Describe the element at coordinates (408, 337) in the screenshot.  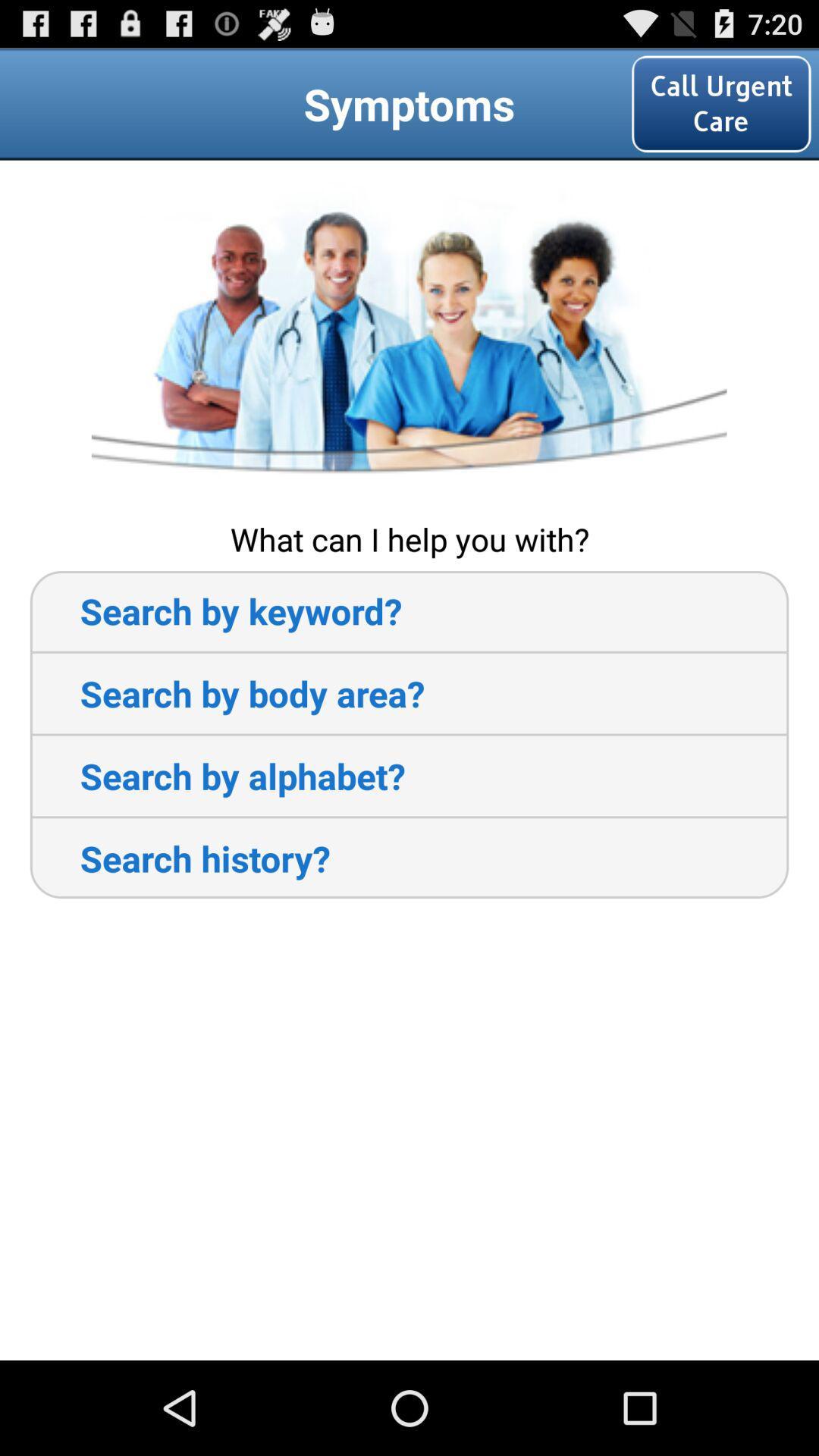
I see `icon above the what can i app` at that location.